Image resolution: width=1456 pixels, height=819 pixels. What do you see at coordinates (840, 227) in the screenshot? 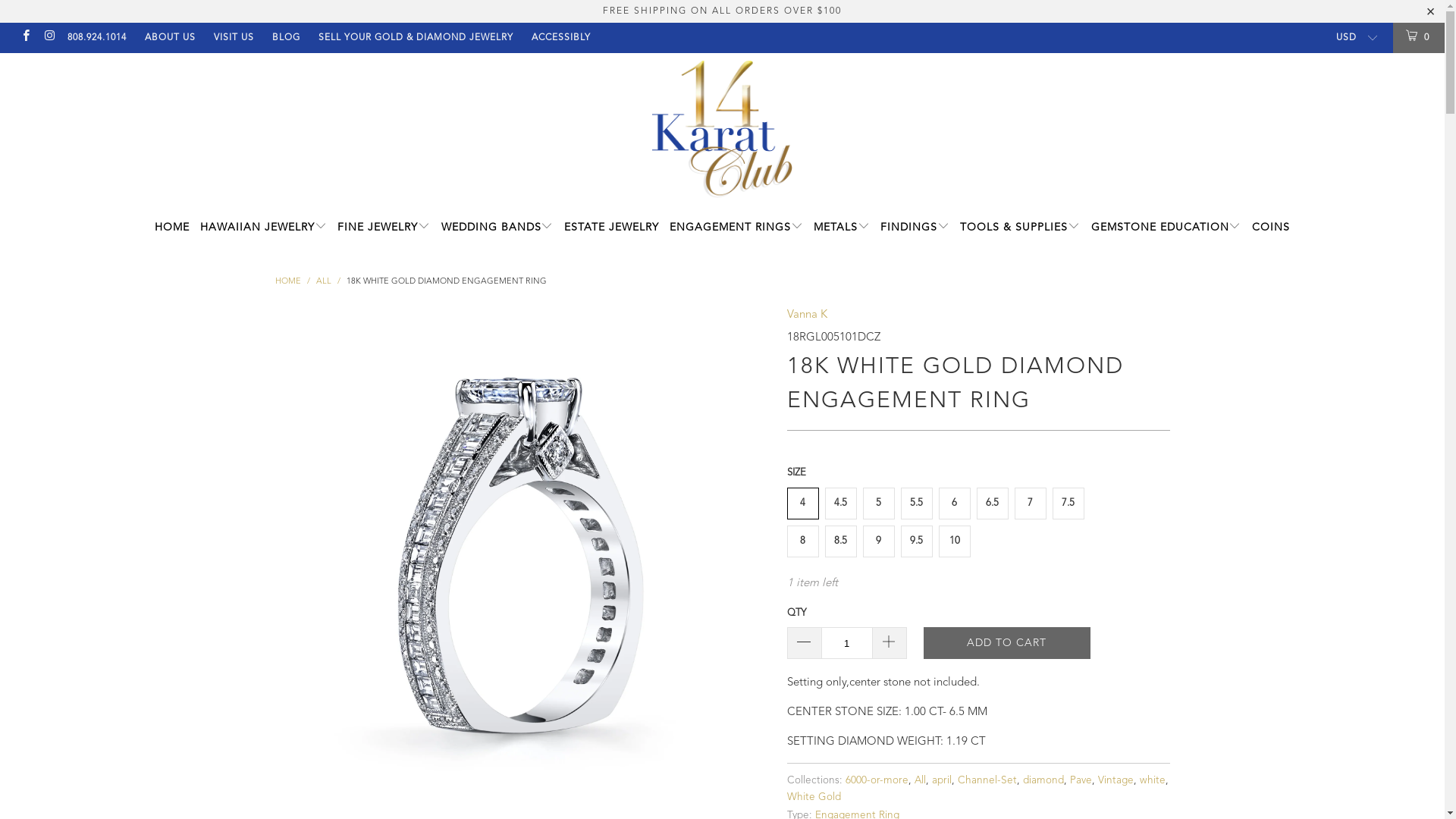
I see `'METALS'` at bounding box center [840, 227].